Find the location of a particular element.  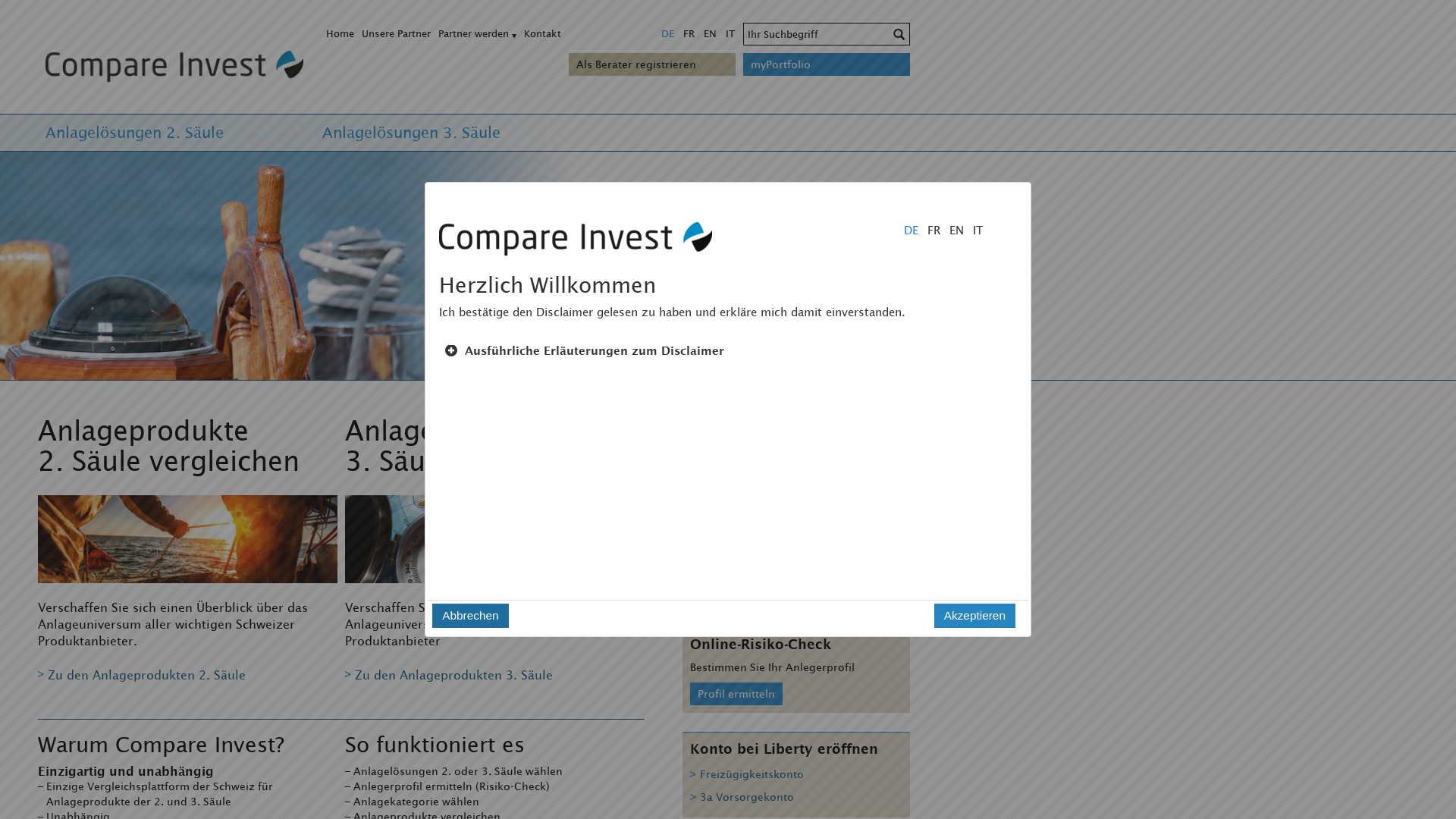

'DE' is located at coordinates (906, 230).